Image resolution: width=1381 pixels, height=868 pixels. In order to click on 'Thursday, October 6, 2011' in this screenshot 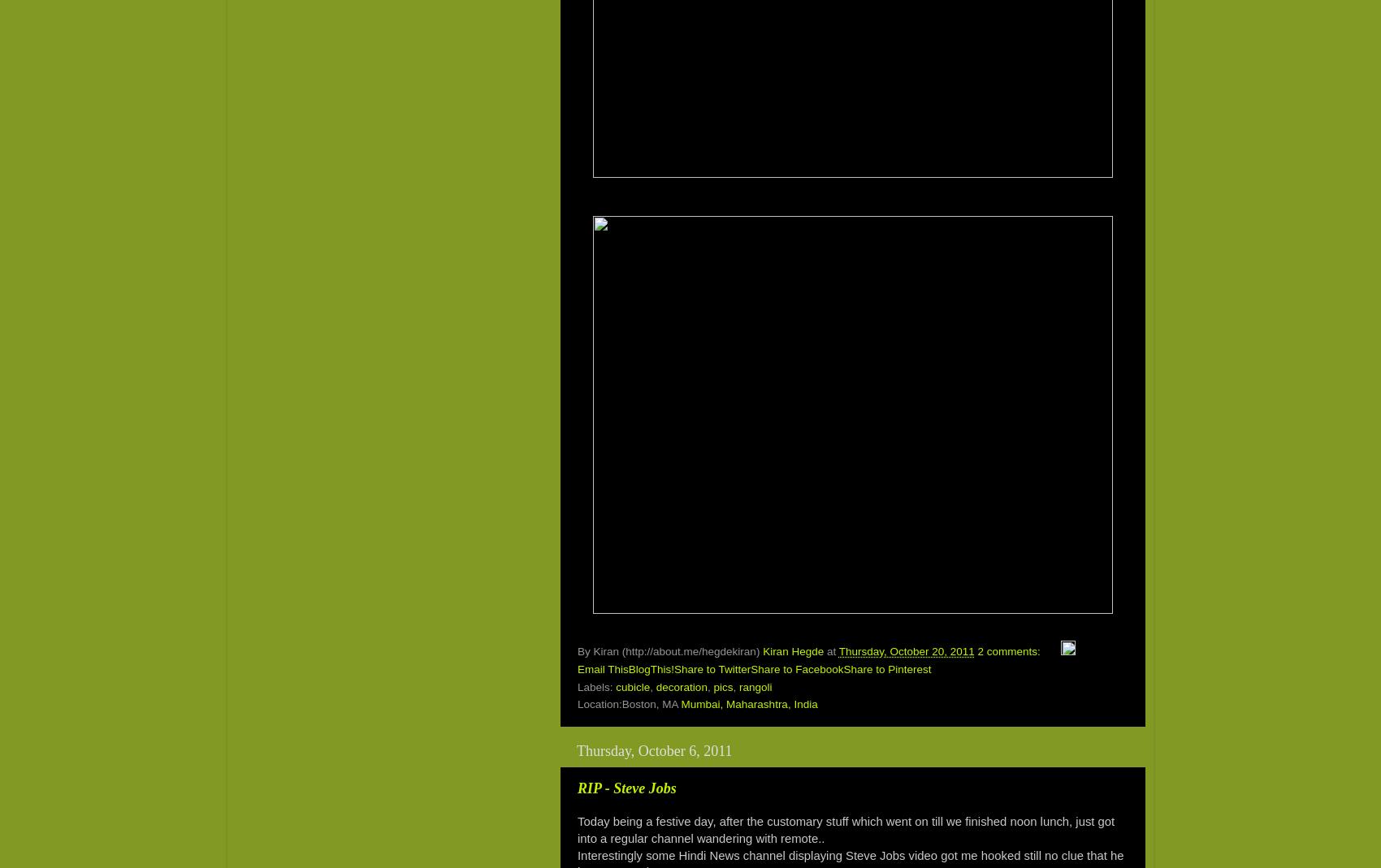, I will do `click(653, 749)`.